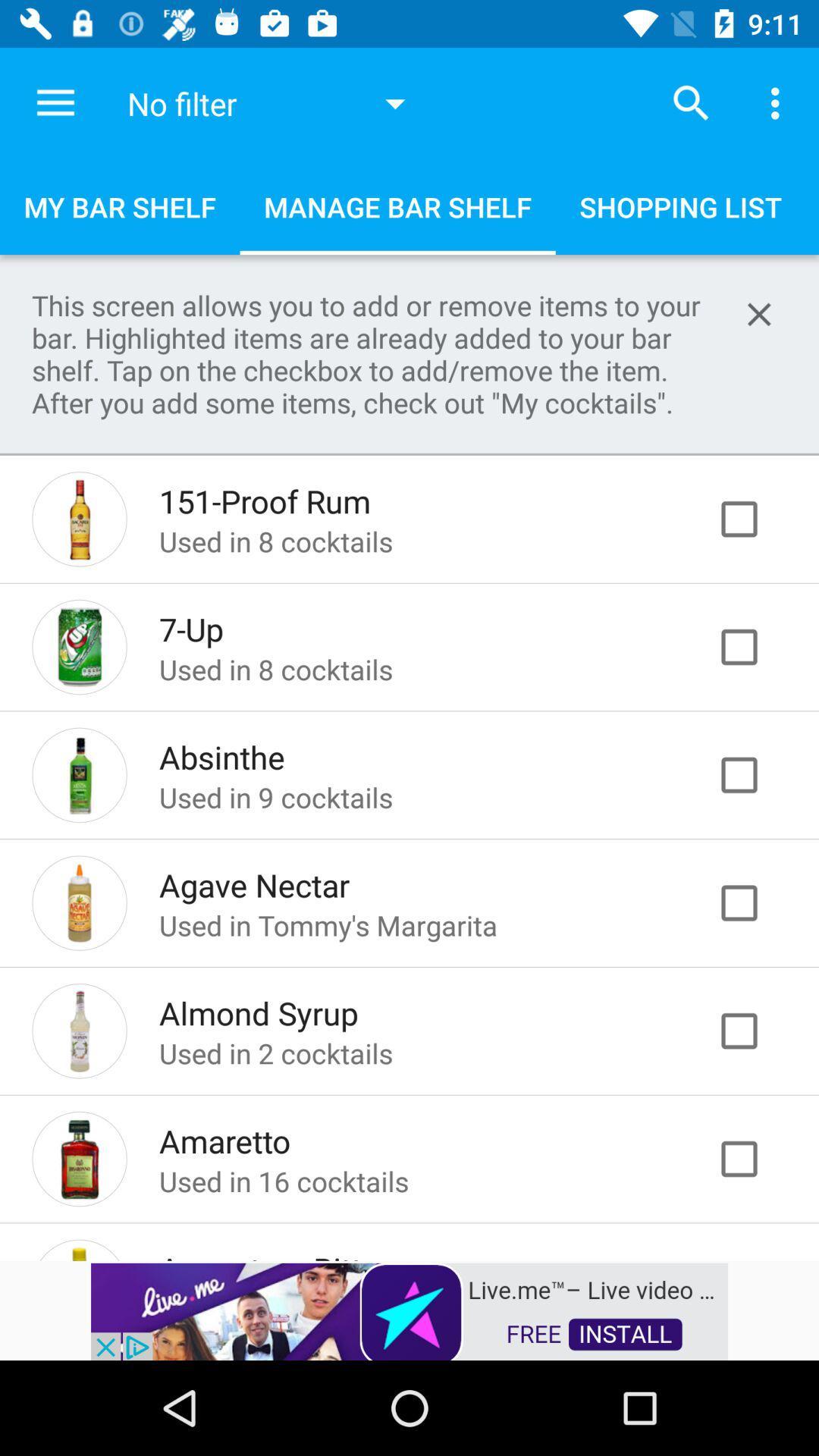 This screenshot has width=819, height=1456. What do you see at coordinates (409, 1310) in the screenshot?
I see `watch advertisement` at bounding box center [409, 1310].